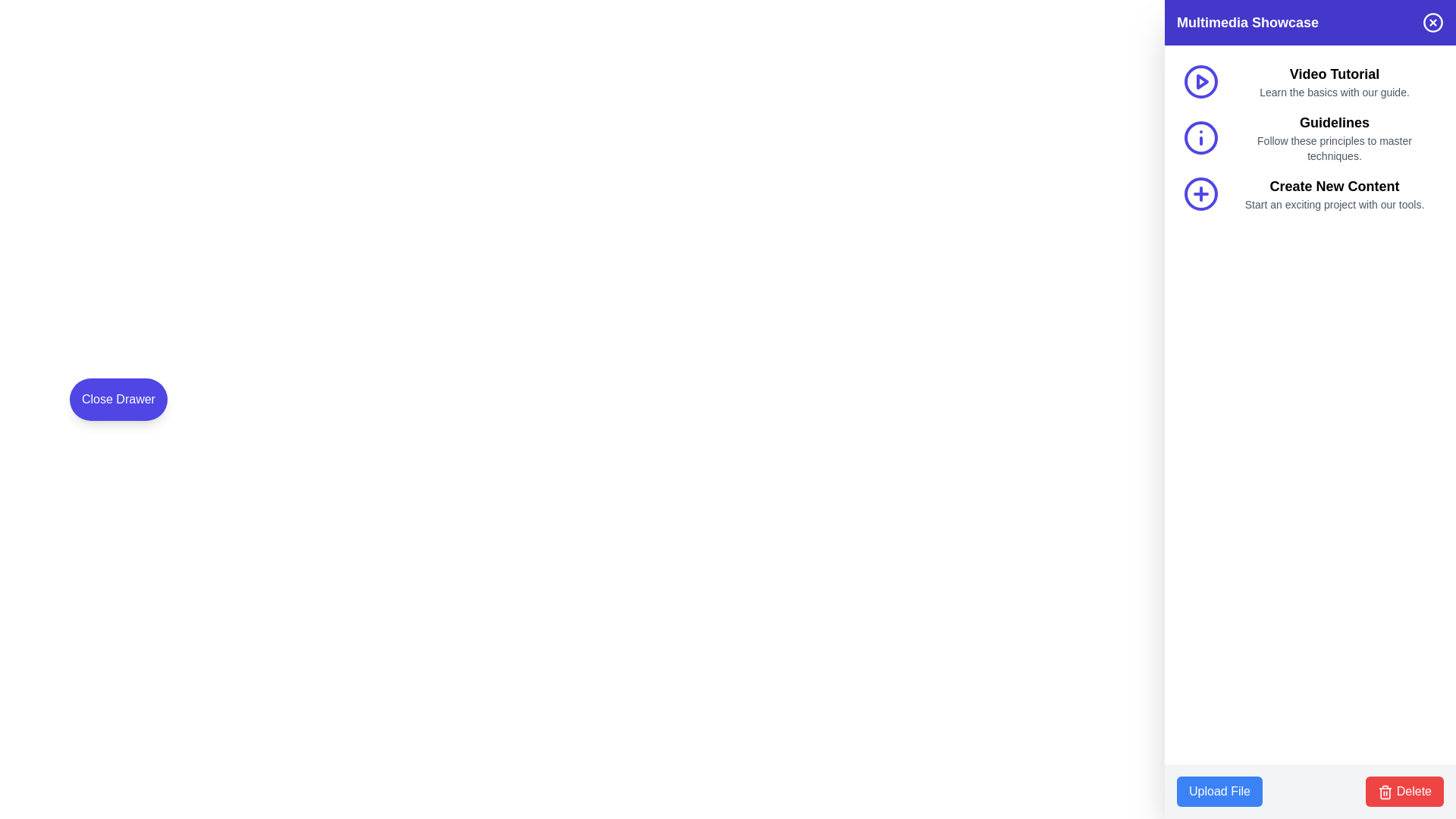 The image size is (1456, 819). Describe the element at coordinates (1335, 186) in the screenshot. I see `the Text Label that serves as a title for creating new content, located under the 'Multimedia Showcase' heading in the right-hand panel` at that location.